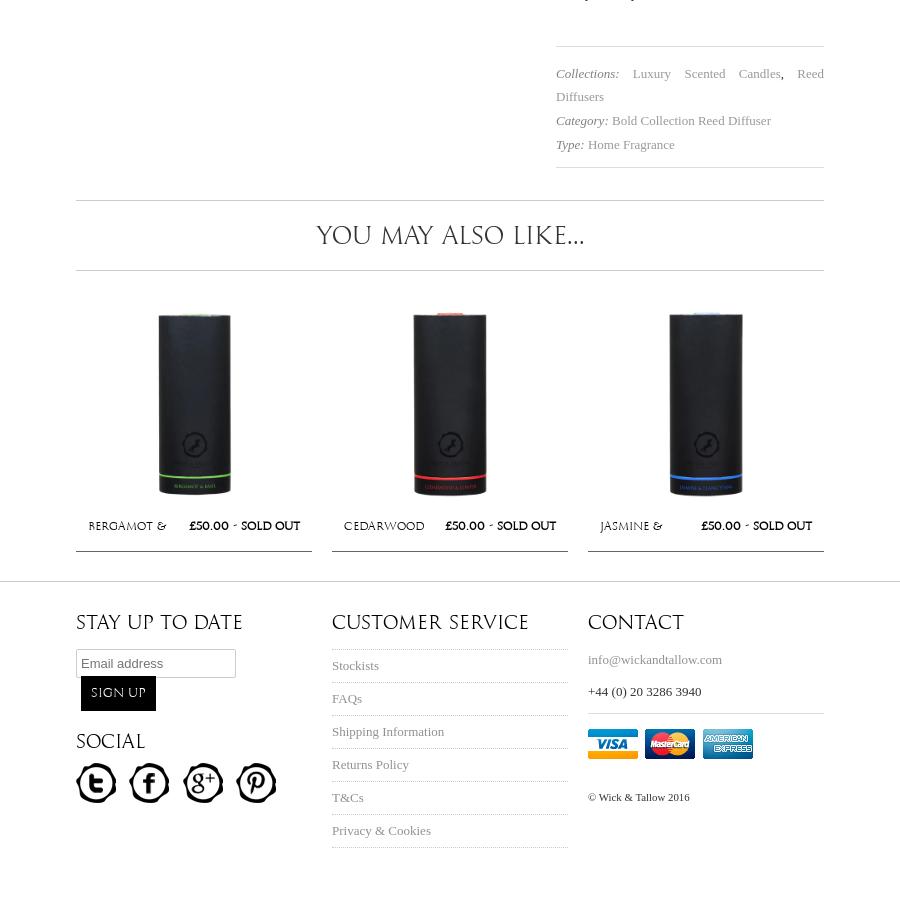 Image resolution: width=900 pixels, height=897 pixels. Describe the element at coordinates (695, 119) in the screenshot. I see `'Reed Diffuser'` at that location.